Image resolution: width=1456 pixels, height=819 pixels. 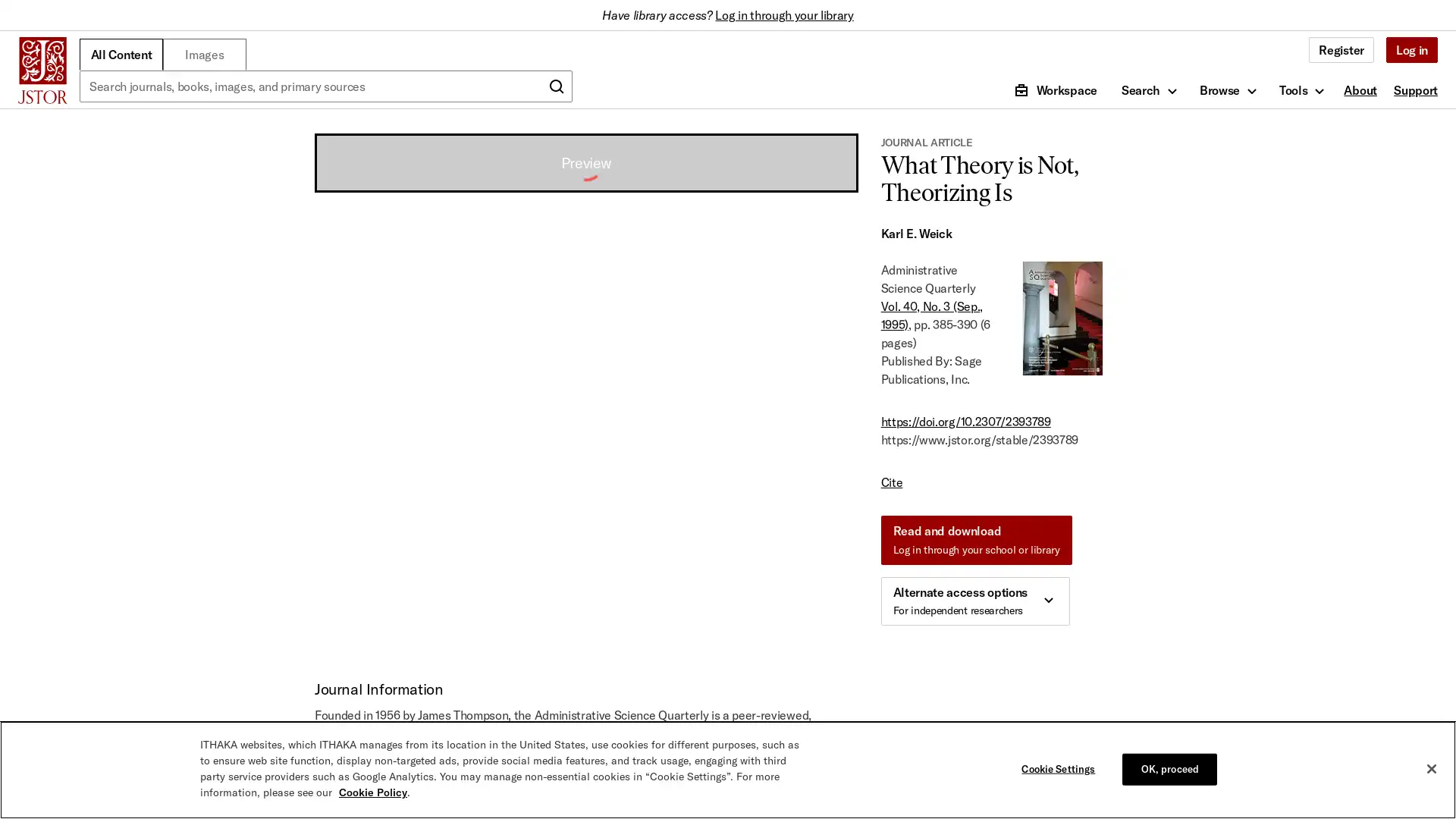 What do you see at coordinates (1169, 769) in the screenshot?
I see `OK, proceed` at bounding box center [1169, 769].